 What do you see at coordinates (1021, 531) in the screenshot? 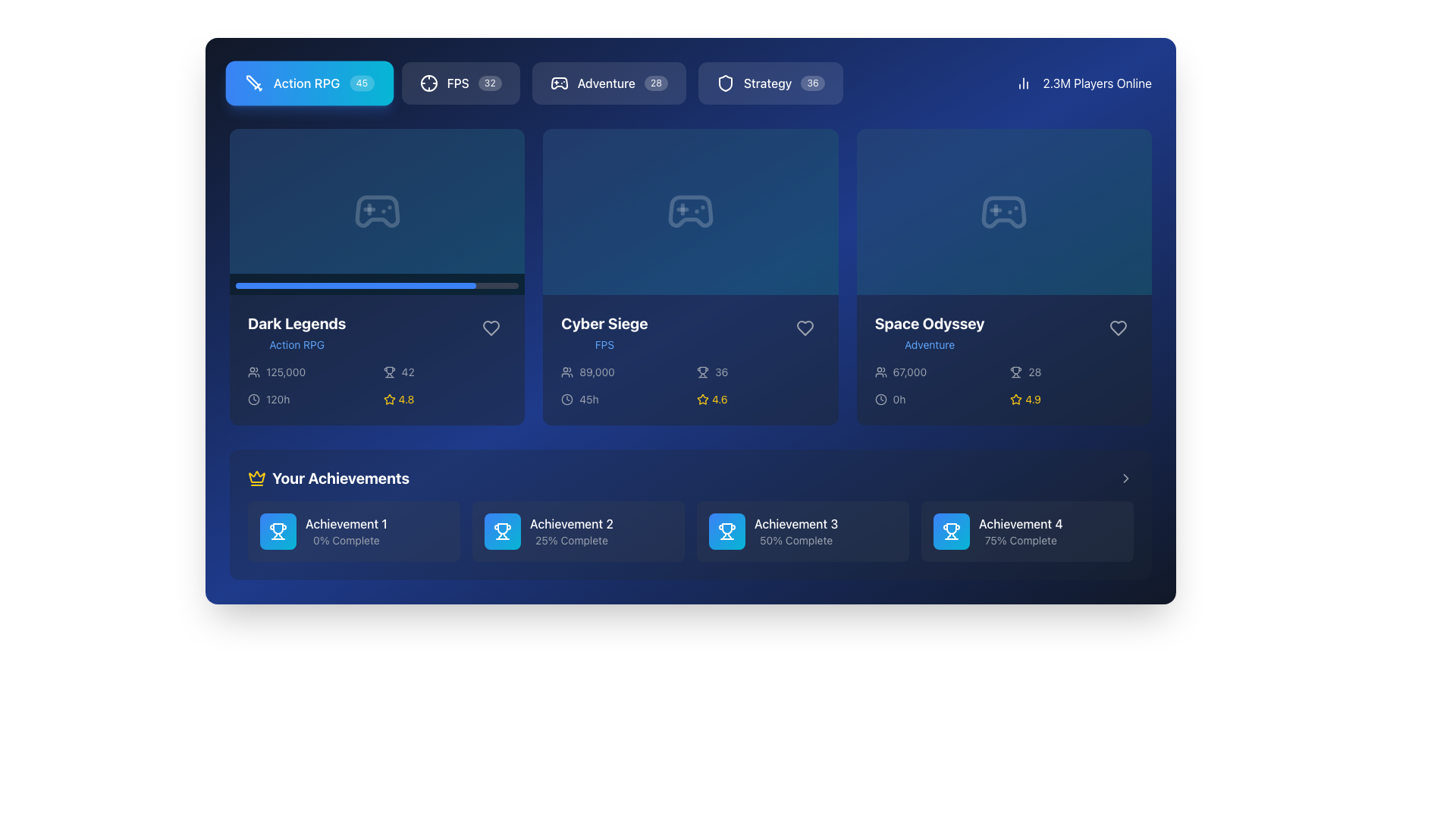
I see `displayed text of the fourth achievement in the 'Your Achievements' section, located at the bottom right of the viewport` at bounding box center [1021, 531].